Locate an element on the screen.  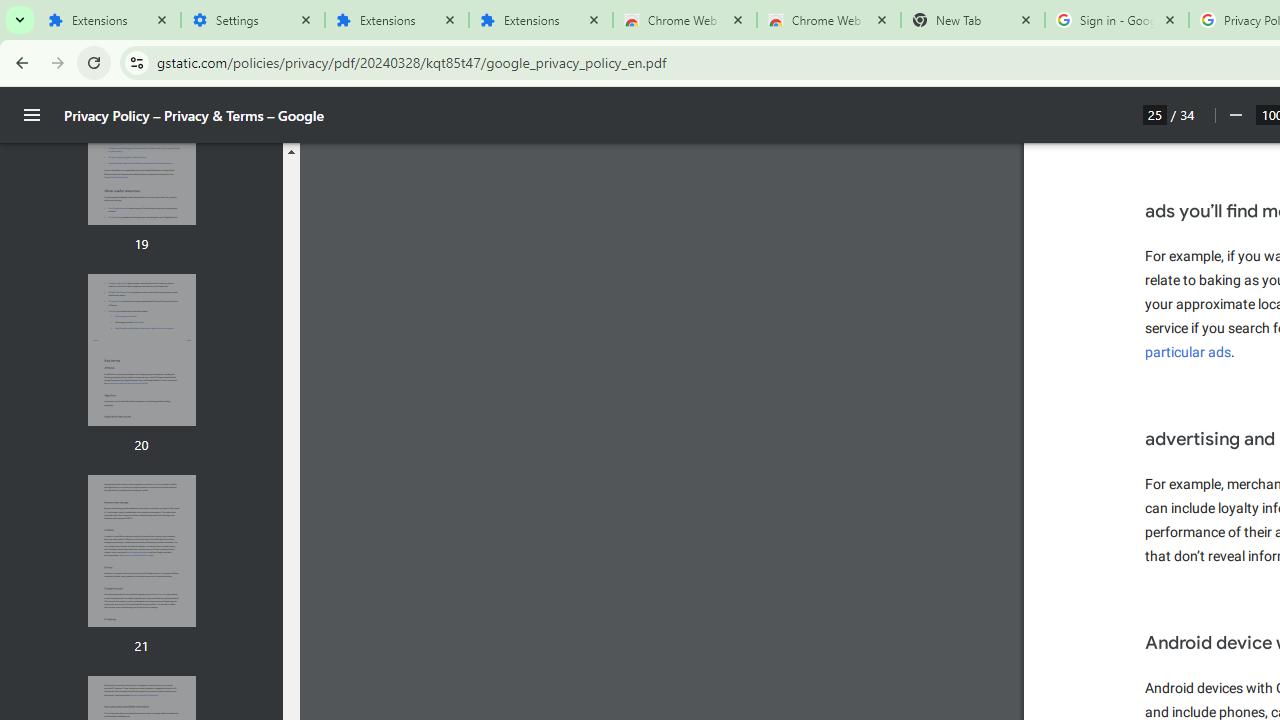
'Thumbnail for page 21' is located at coordinates (140, 551).